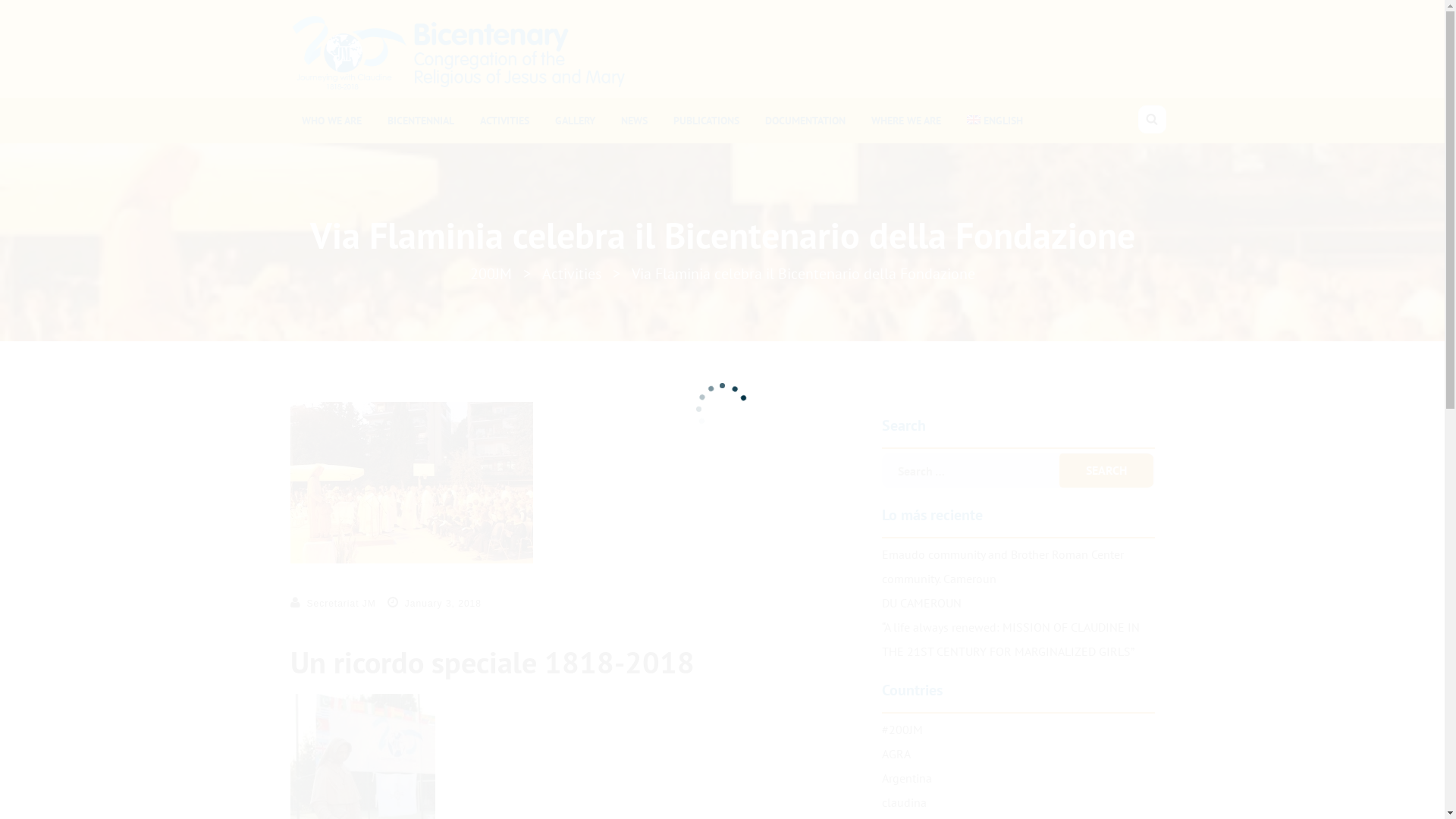 The image size is (1456, 819). What do you see at coordinates (404, 602) in the screenshot?
I see `'January 3, 2018'` at bounding box center [404, 602].